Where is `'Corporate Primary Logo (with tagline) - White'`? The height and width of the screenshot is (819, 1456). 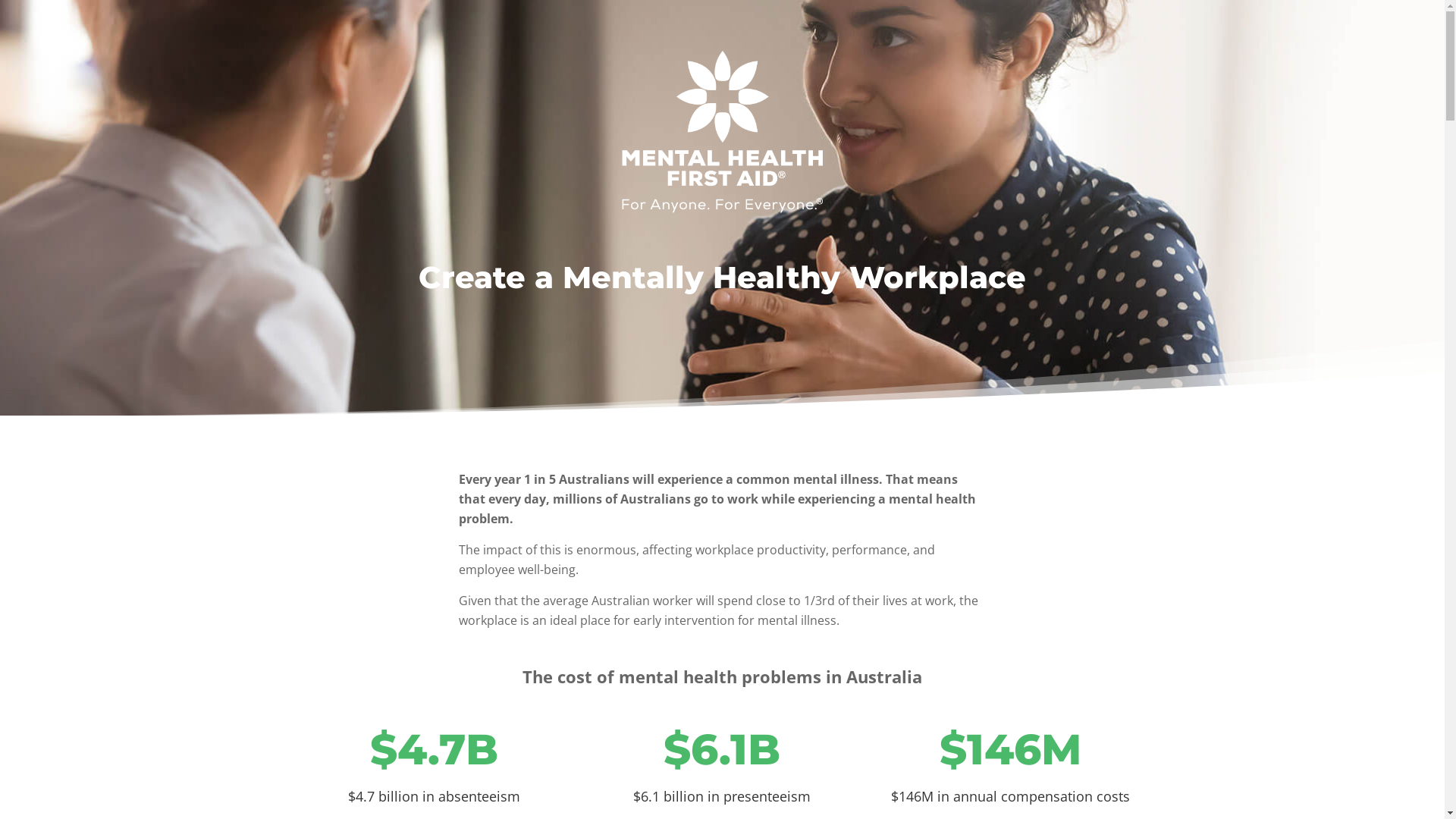
'Corporate Primary Logo (with tagline) - White' is located at coordinates (721, 130).